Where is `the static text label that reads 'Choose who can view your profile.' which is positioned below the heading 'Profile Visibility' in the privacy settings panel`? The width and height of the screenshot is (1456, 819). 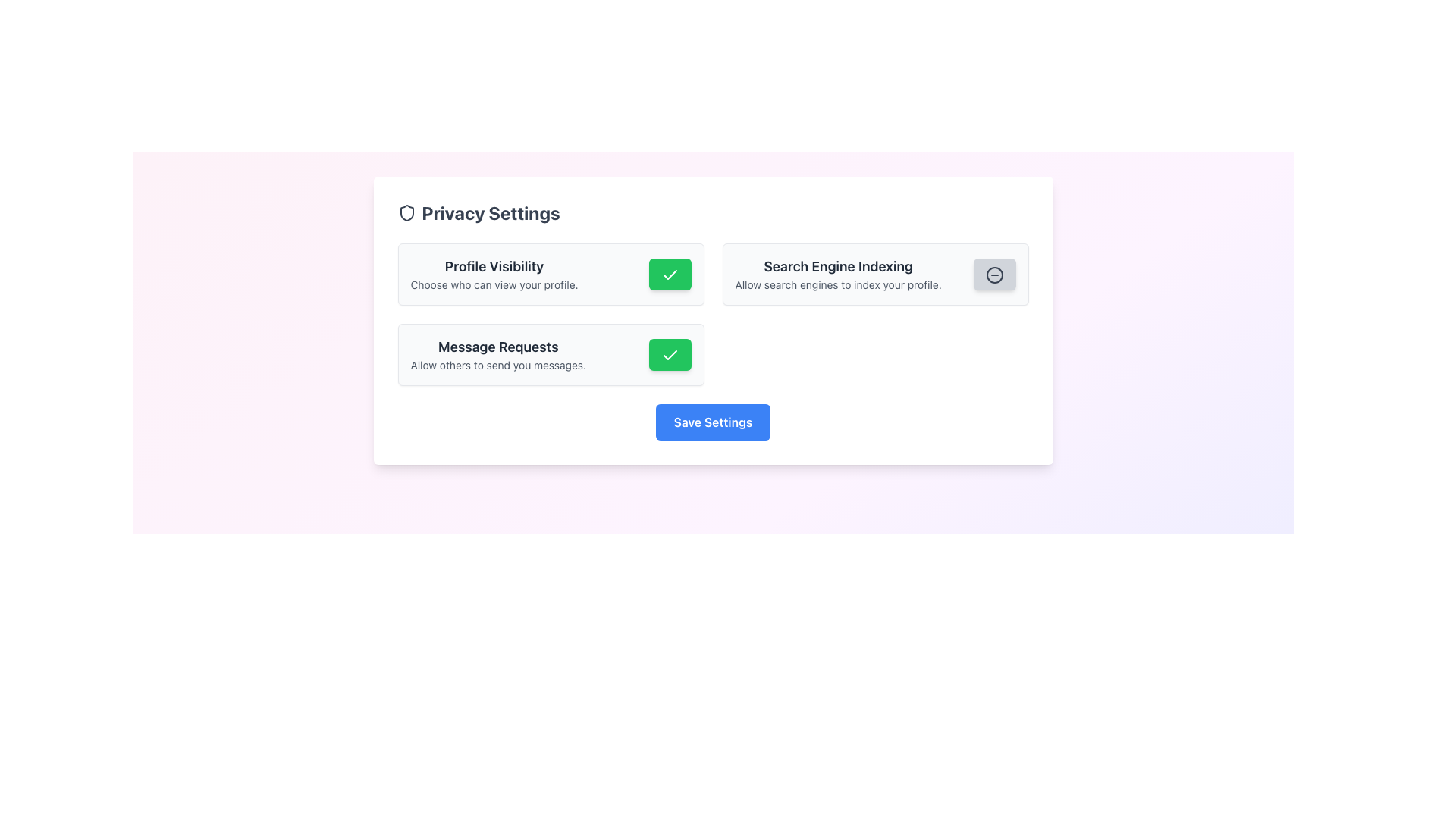
the static text label that reads 'Choose who can view your profile.' which is positioned below the heading 'Profile Visibility' in the privacy settings panel is located at coordinates (494, 284).